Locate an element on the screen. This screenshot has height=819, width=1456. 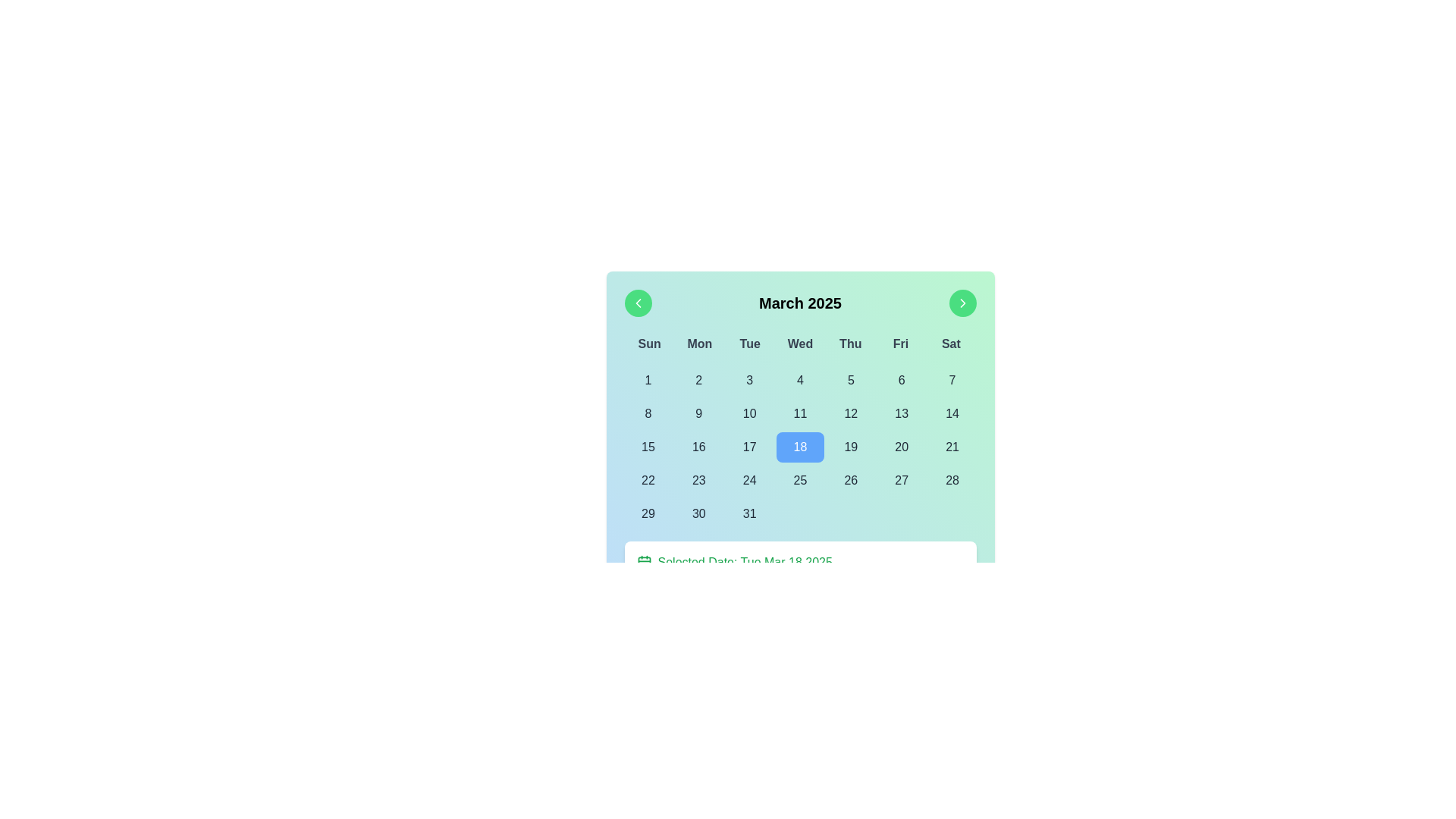
the Informative widget located below the March 2025 calendar interface, which displays details about the selected date, destination, itinerary start time, and participant count is located at coordinates (799, 601).